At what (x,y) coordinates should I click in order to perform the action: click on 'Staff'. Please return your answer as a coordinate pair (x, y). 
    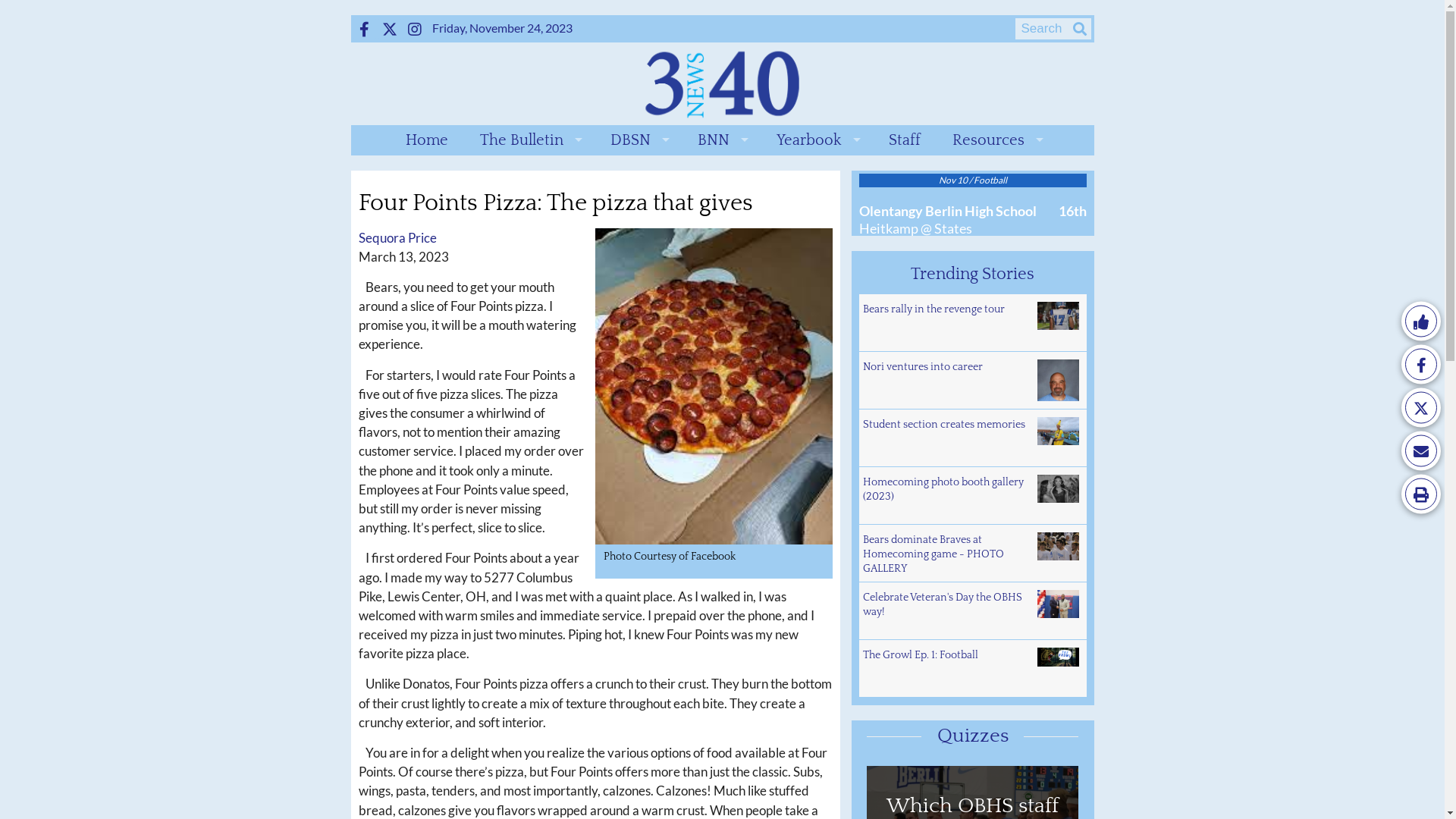
    Looking at the image, I should click on (905, 140).